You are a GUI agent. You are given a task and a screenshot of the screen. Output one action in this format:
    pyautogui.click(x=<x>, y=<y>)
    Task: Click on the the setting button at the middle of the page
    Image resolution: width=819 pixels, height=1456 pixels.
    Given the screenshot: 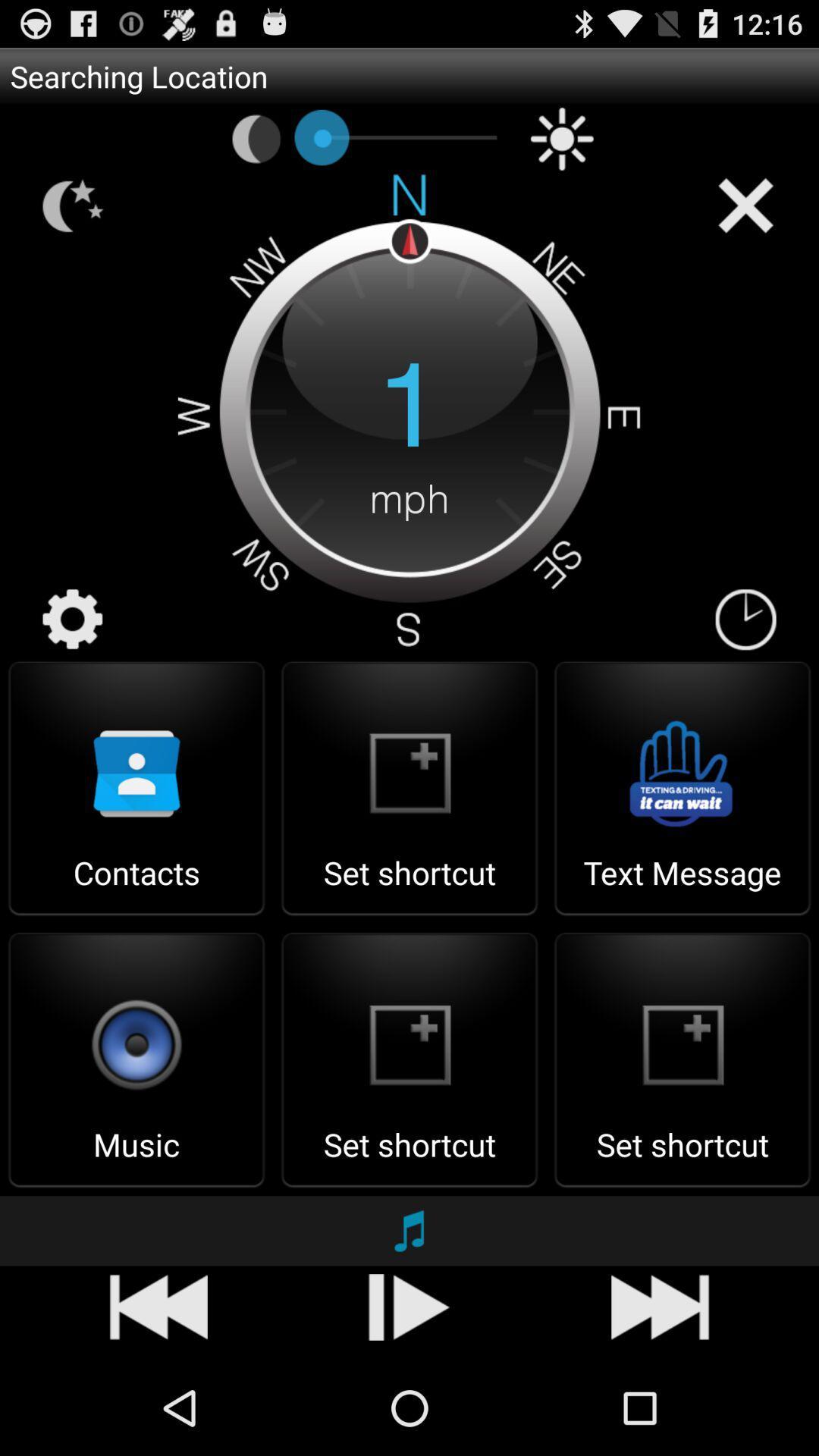 What is the action you would take?
    pyautogui.click(x=73, y=619)
    